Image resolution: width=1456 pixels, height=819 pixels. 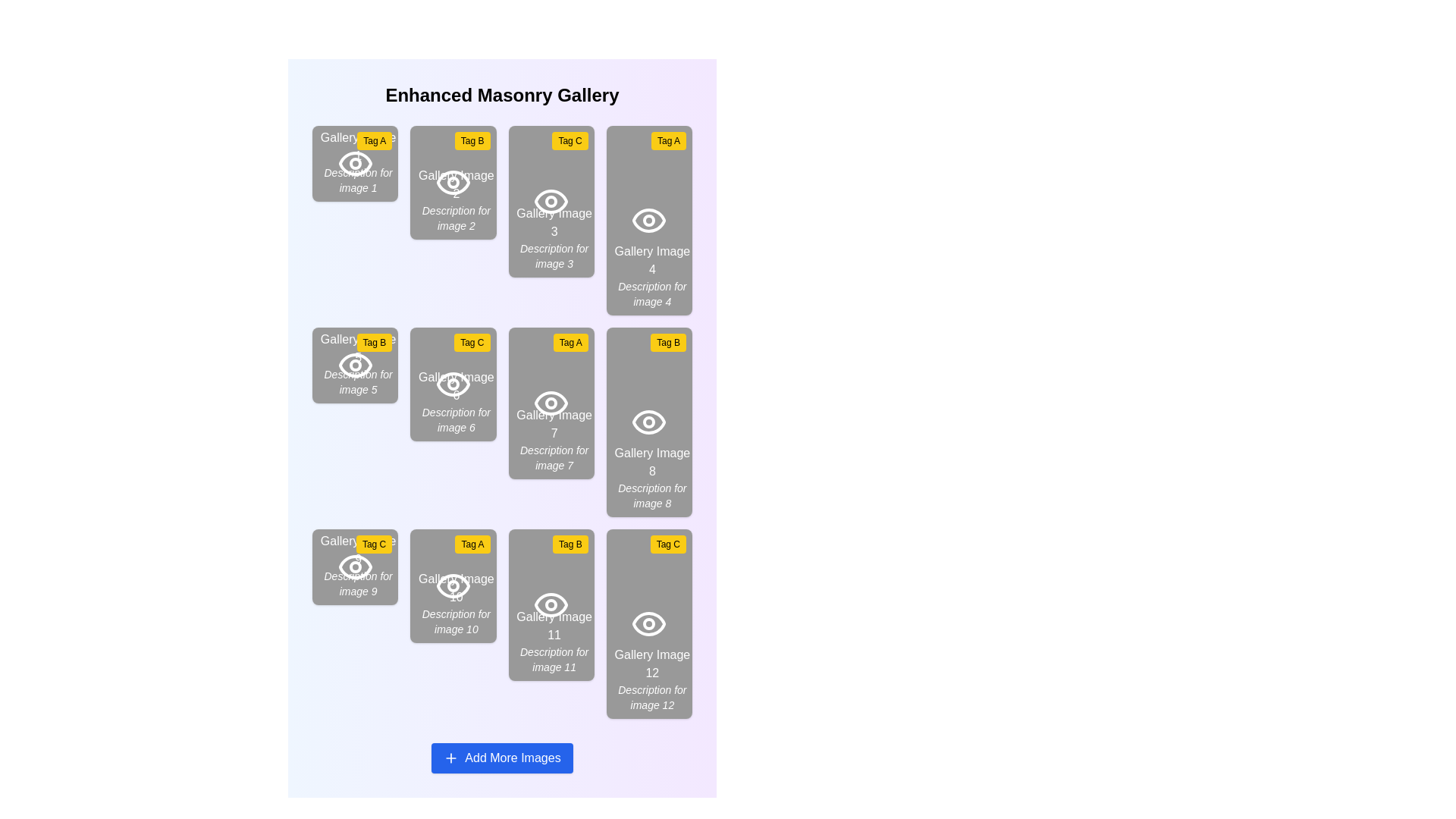 What do you see at coordinates (452, 383) in the screenshot?
I see `the eye icon positioned at the center of the card labeled 'Gallery Image 6' with the description 'Description for image 6'` at bounding box center [452, 383].